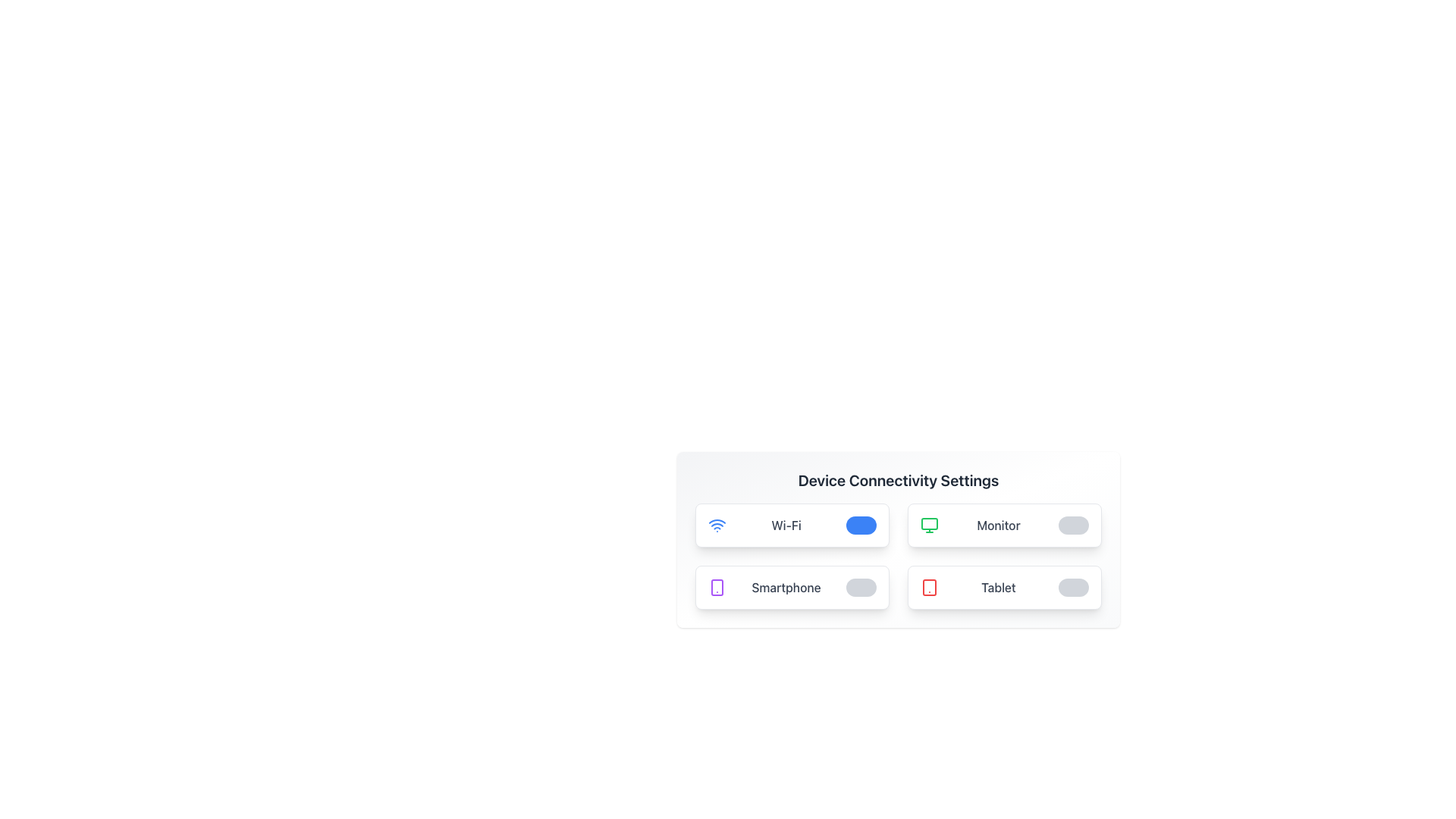 The image size is (1456, 819). What do you see at coordinates (998, 587) in the screenshot?
I see `the 'Tablet' text label element, which is styled with medium font weight and gray color, located in the bottom-right corner of a grid layout, adjacent to a tablet icon on the left and a toggle switch on the right` at bounding box center [998, 587].